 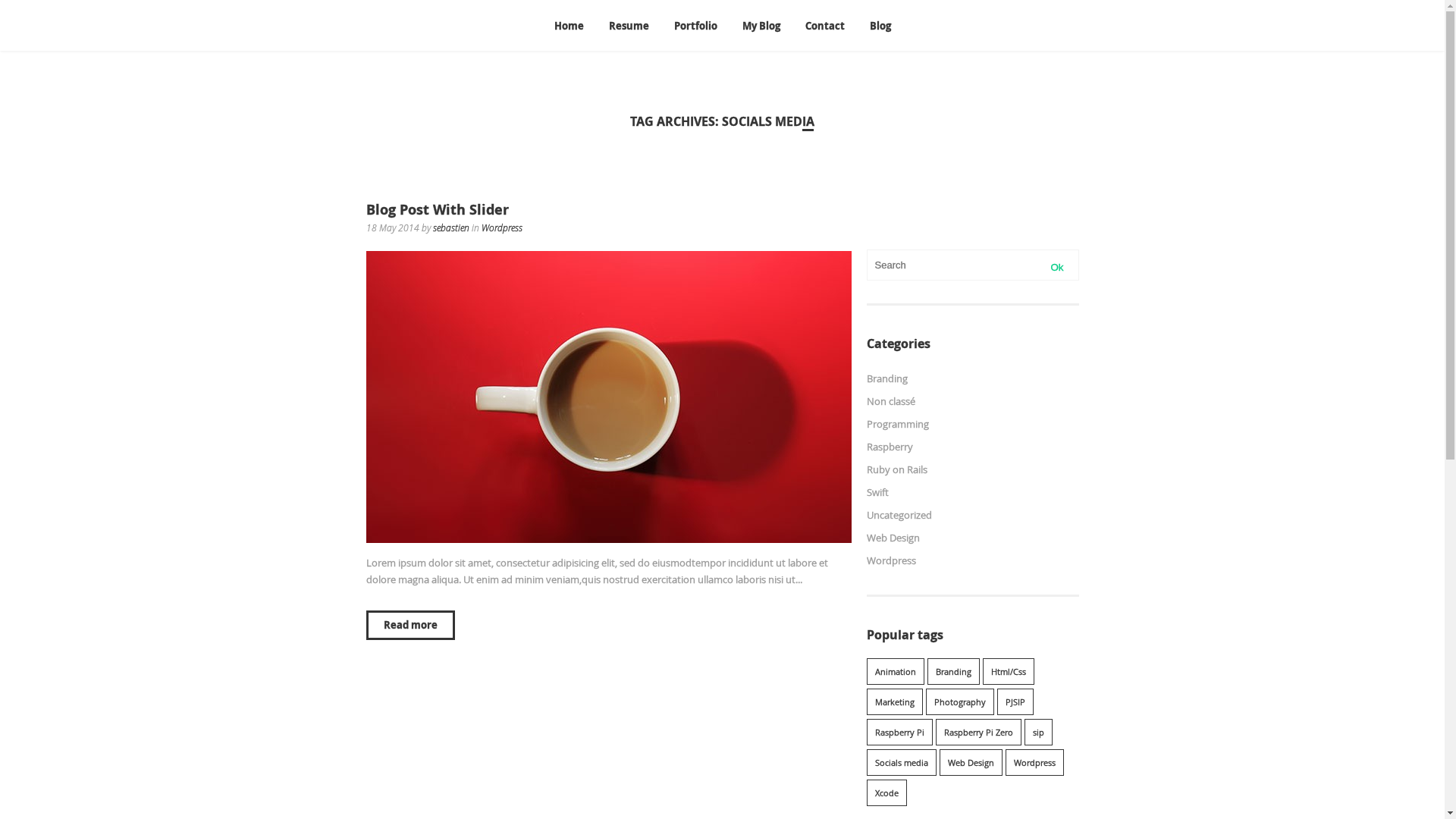 I want to click on 'Html/Css', so click(x=1008, y=670).